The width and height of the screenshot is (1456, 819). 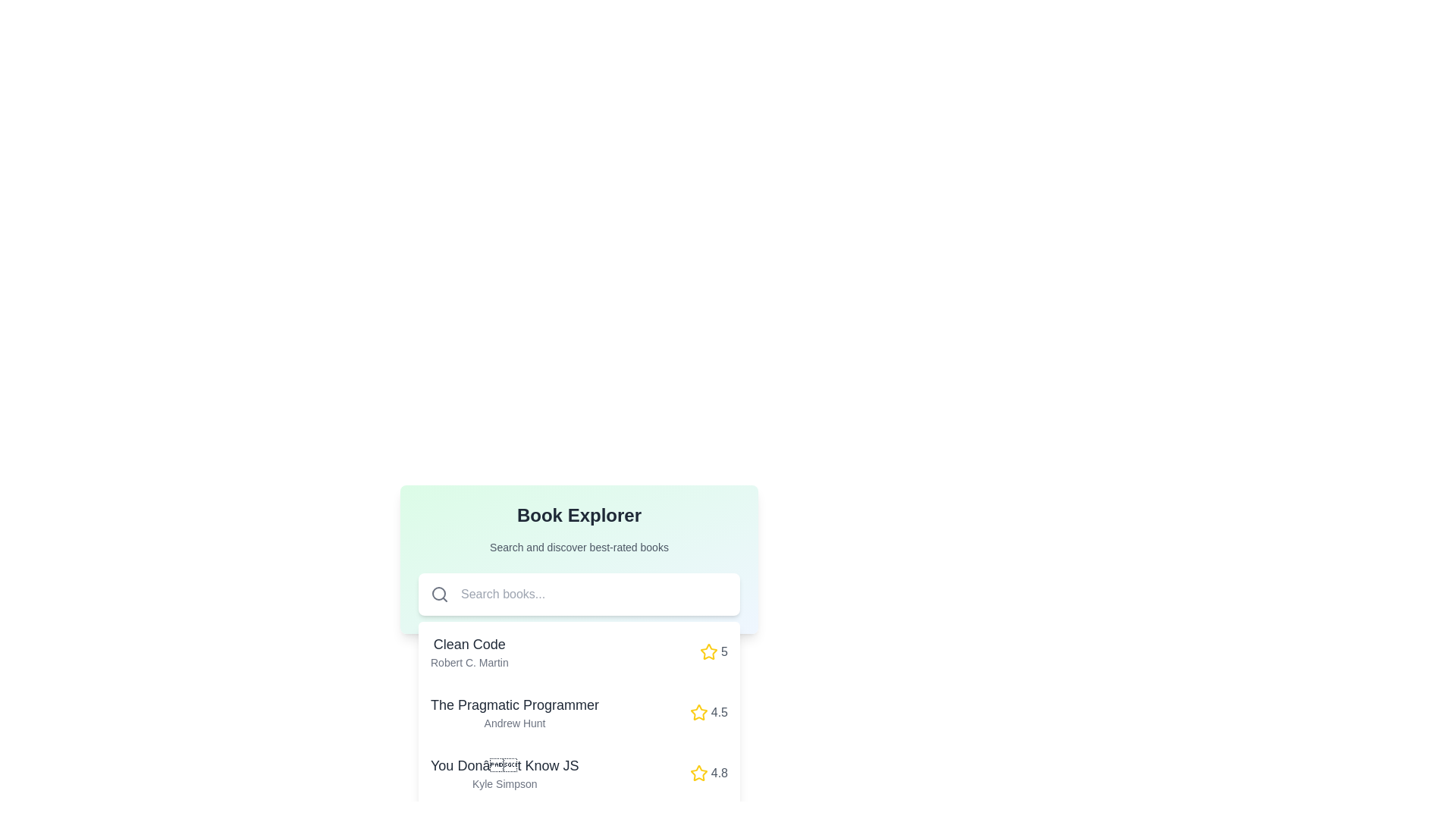 I want to click on the third book card in the list, so click(x=578, y=773).